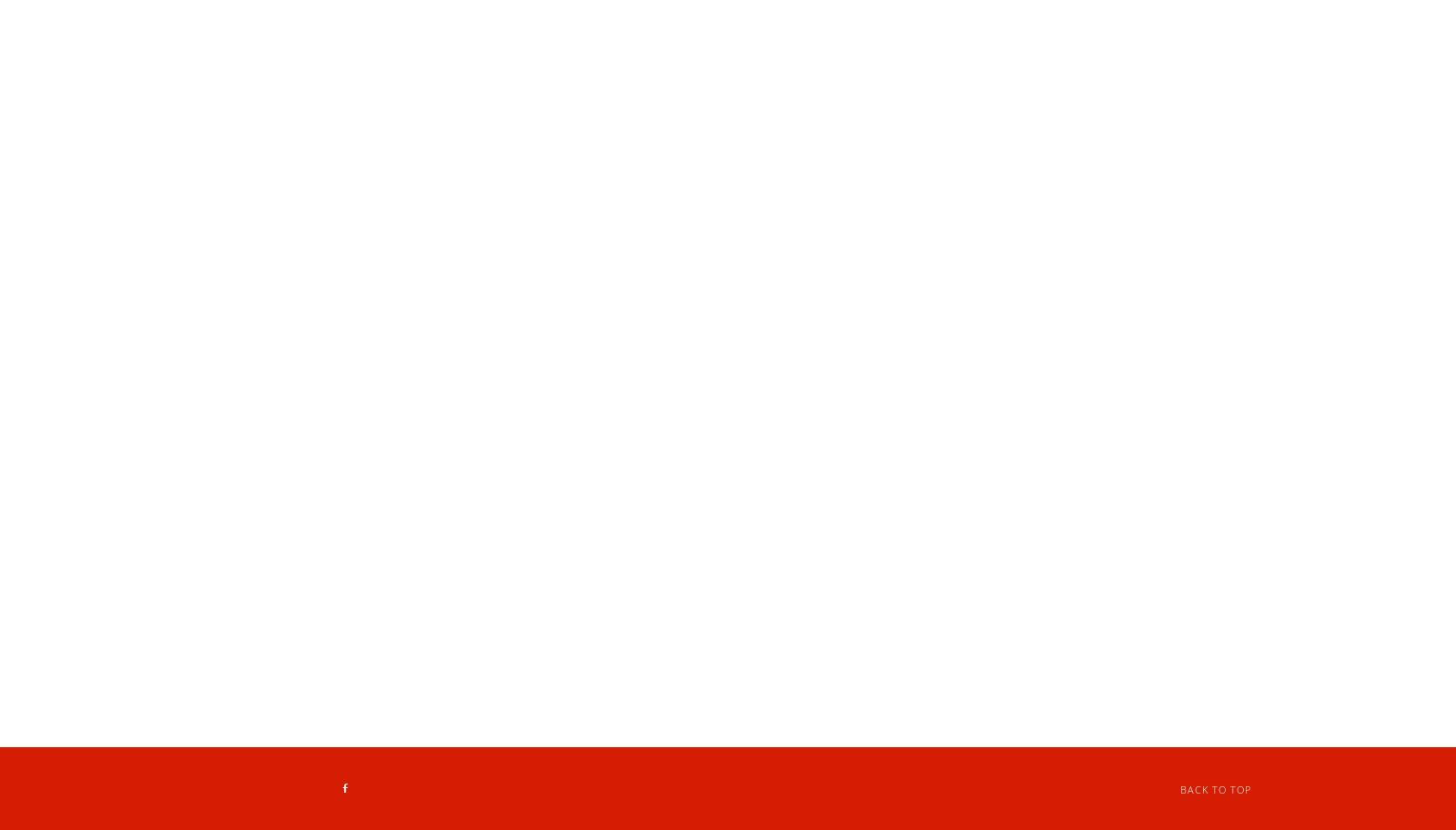  What do you see at coordinates (425, 479) in the screenshot?
I see `'2 Liter Soda $3.99'` at bounding box center [425, 479].